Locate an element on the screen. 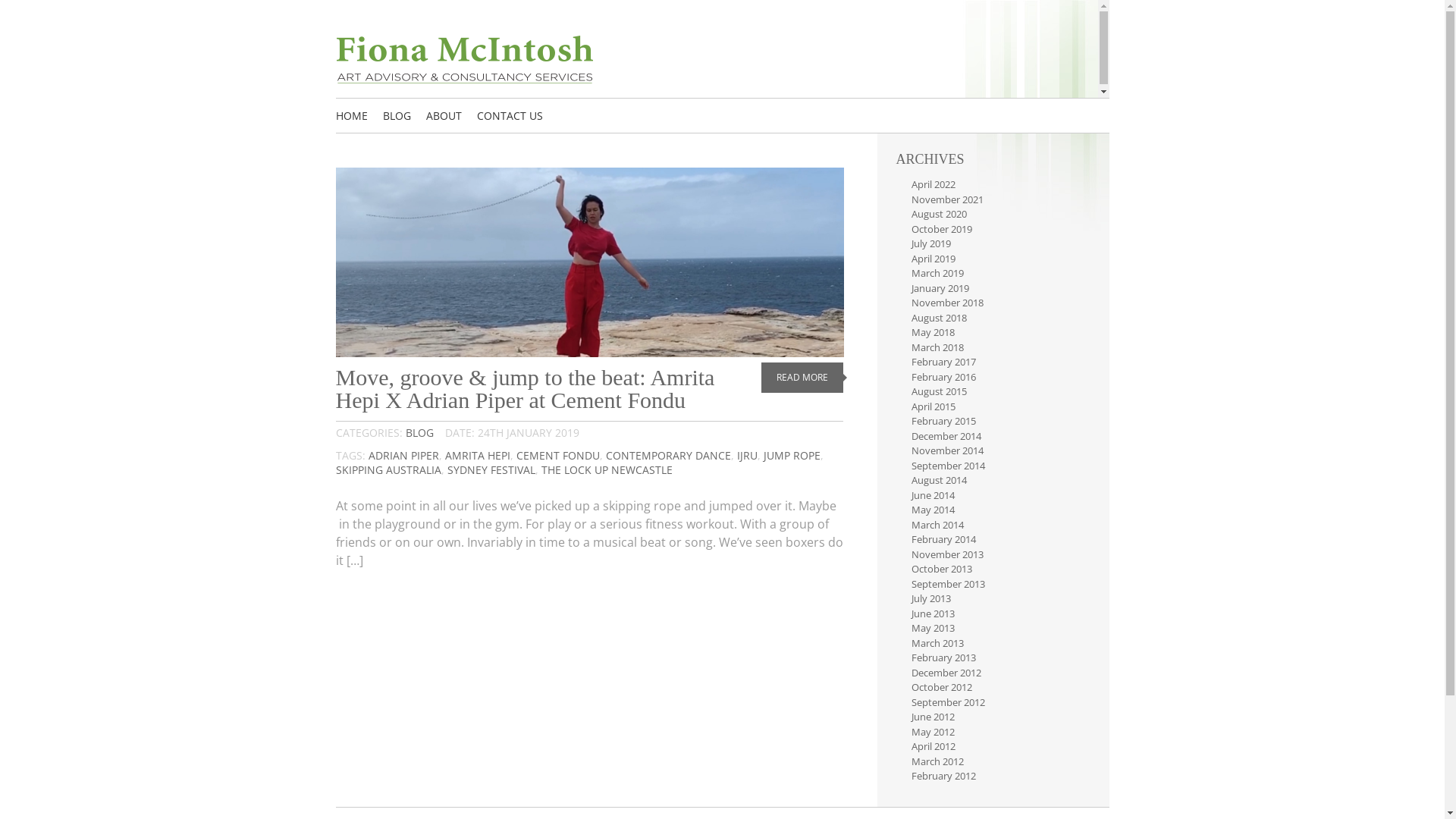 The image size is (1456, 819). 'December 2014' is located at coordinates (946, 435).